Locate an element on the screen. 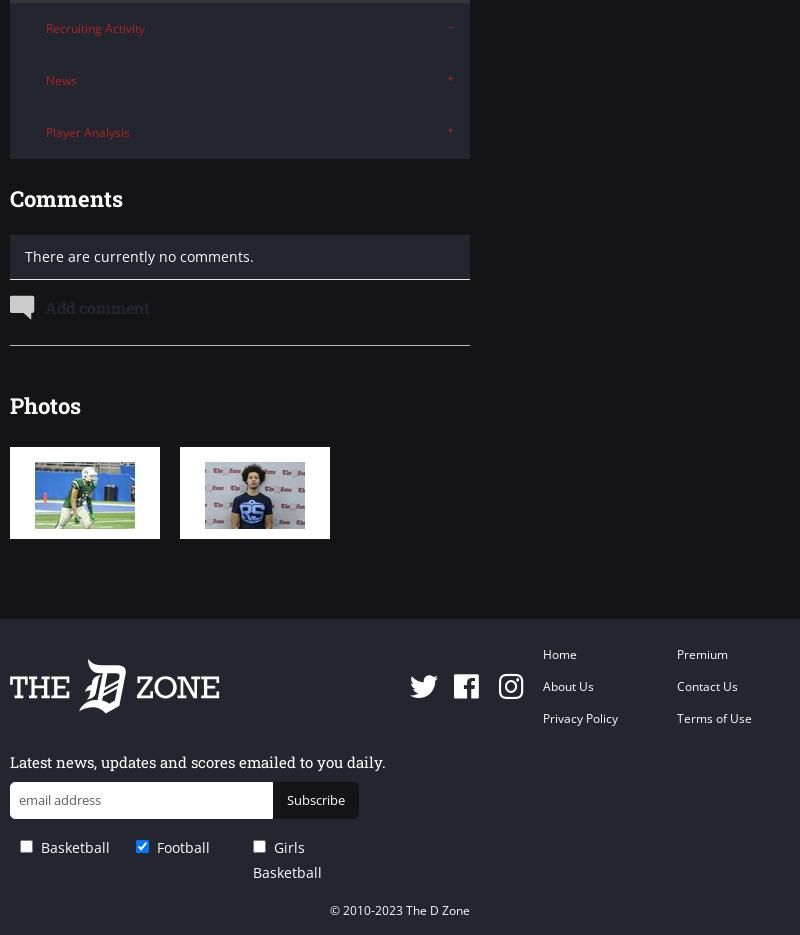 The height and width of the screenshot is (935, 800). 'Terms of Use' is located at coordinates (712, 716).